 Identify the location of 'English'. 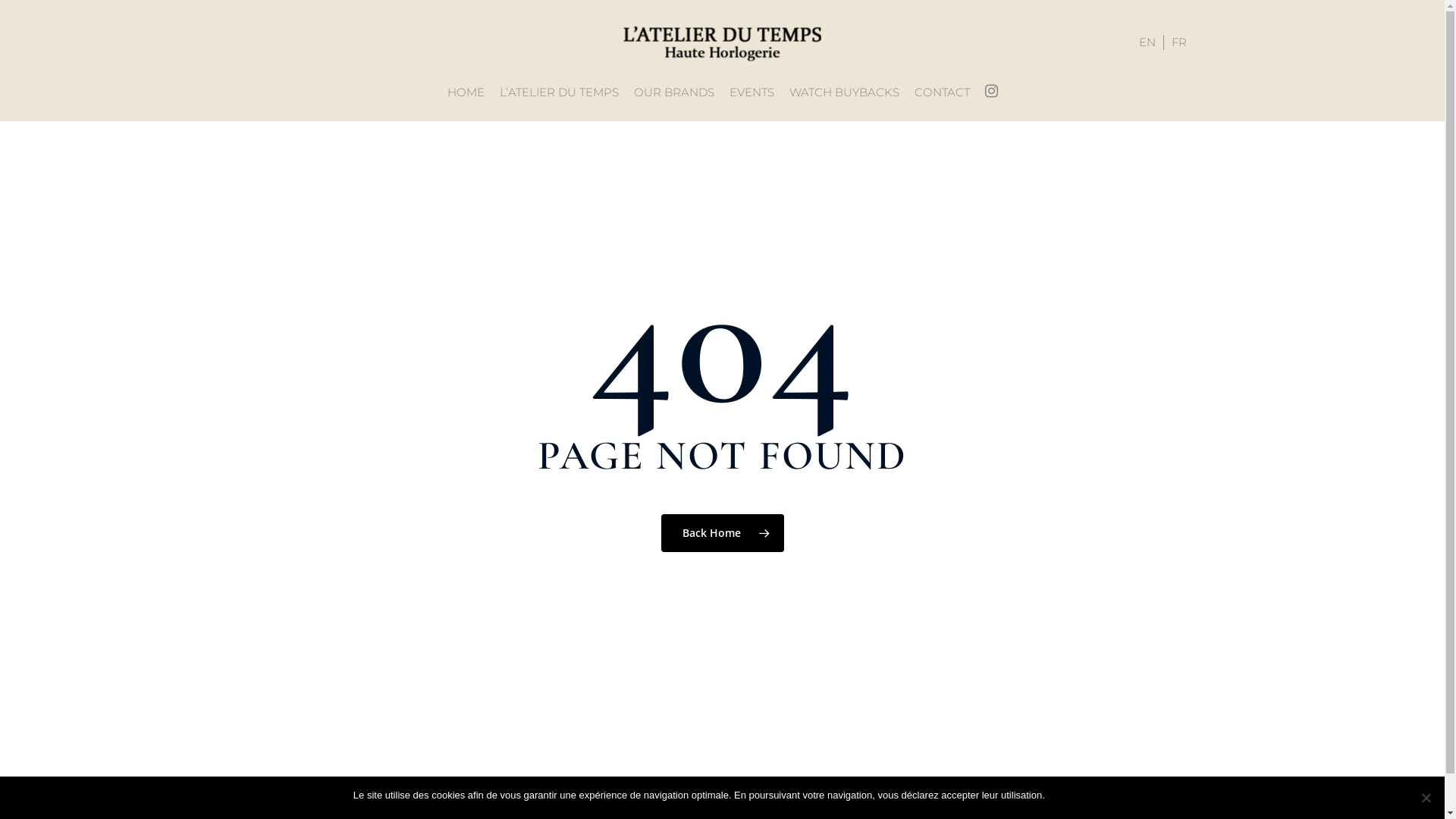
(1147, 42).